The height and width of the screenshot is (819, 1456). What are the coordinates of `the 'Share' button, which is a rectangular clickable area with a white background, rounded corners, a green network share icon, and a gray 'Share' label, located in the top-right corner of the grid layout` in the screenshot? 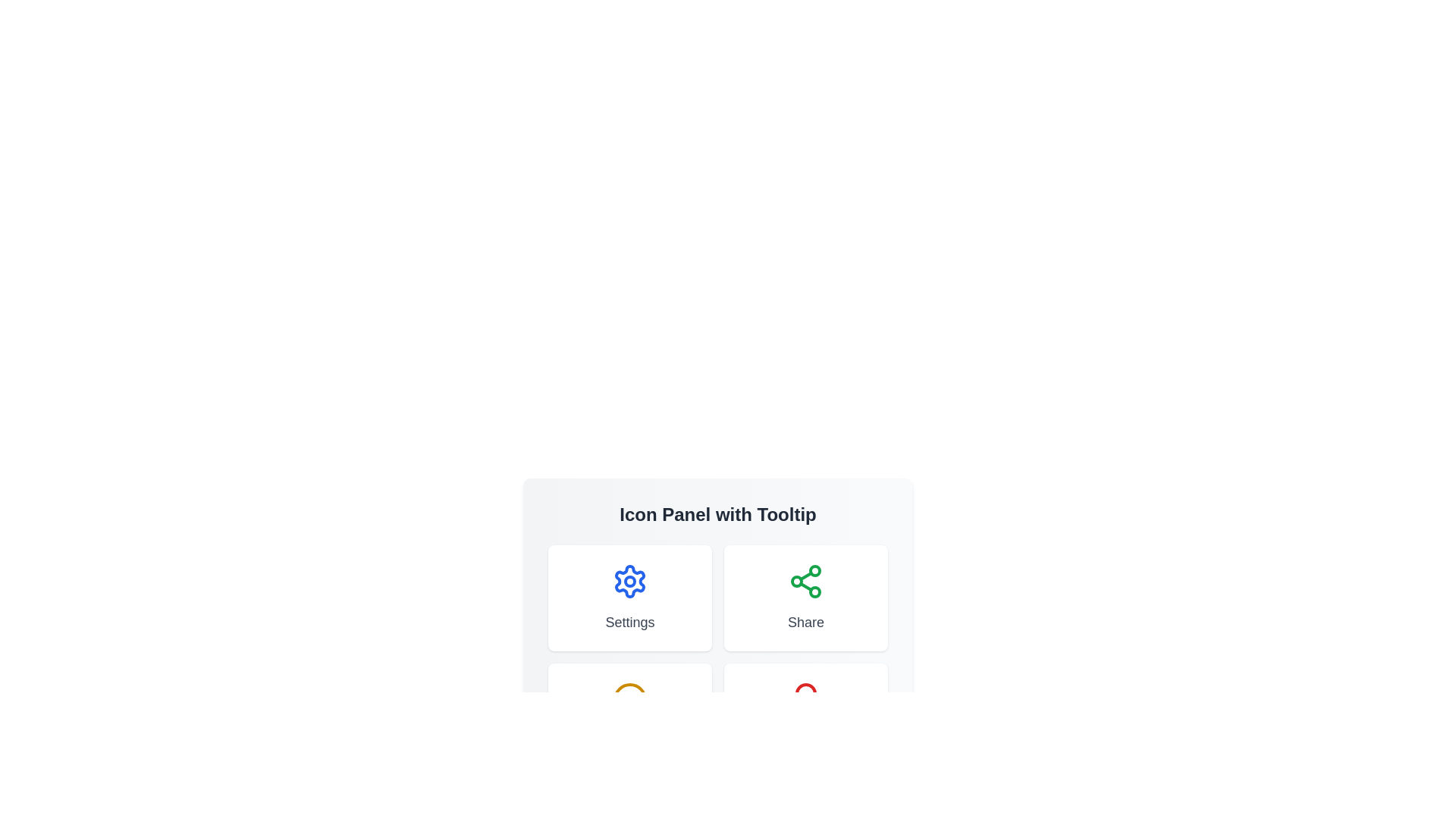 It's located at (805, 598).